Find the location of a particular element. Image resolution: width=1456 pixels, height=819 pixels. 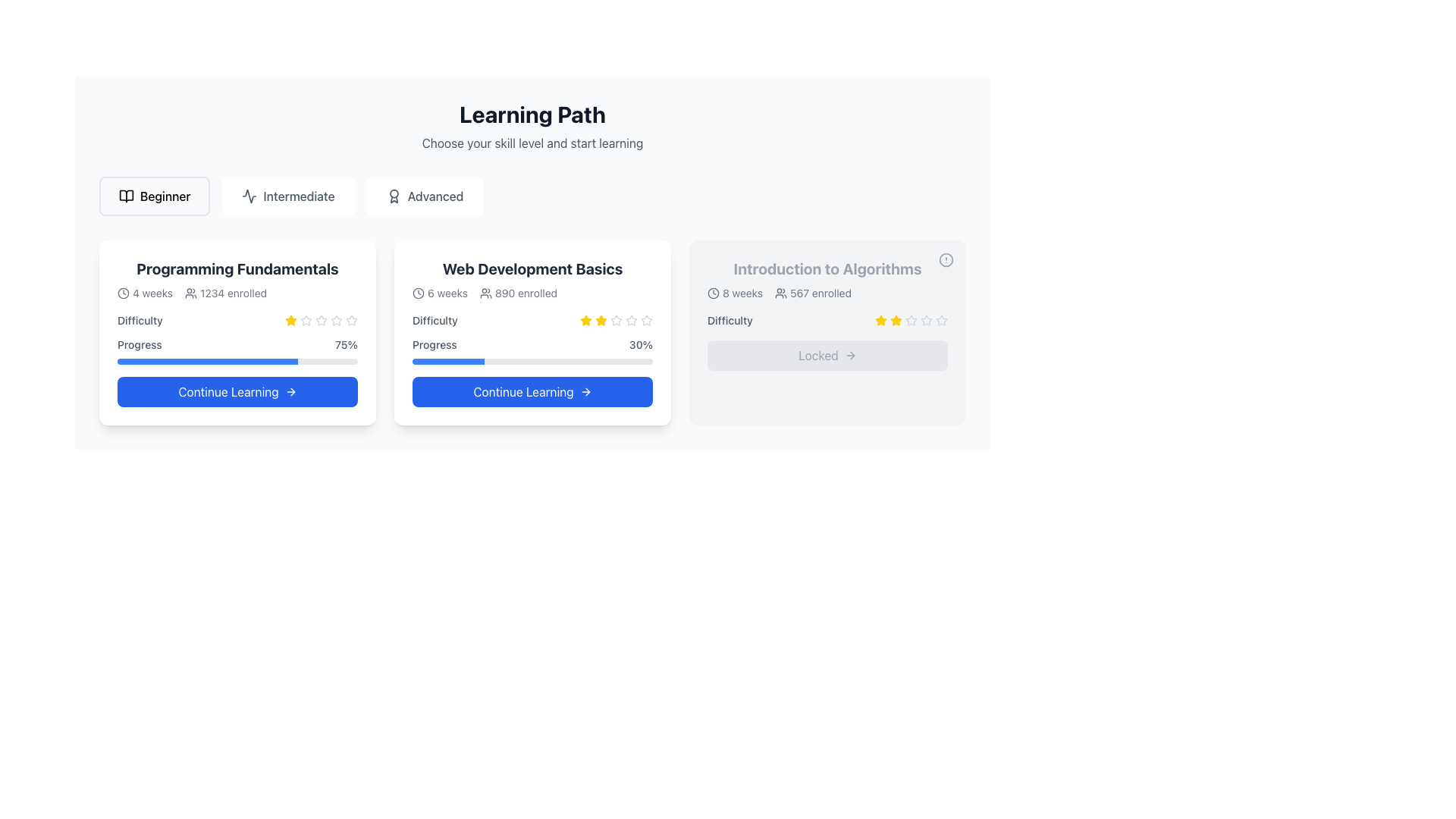

details from the text block titled 'Programming Fundamentals', which includes '4 weeks' duration and '1234 enrolled' count is located at coordinates (237, 280).